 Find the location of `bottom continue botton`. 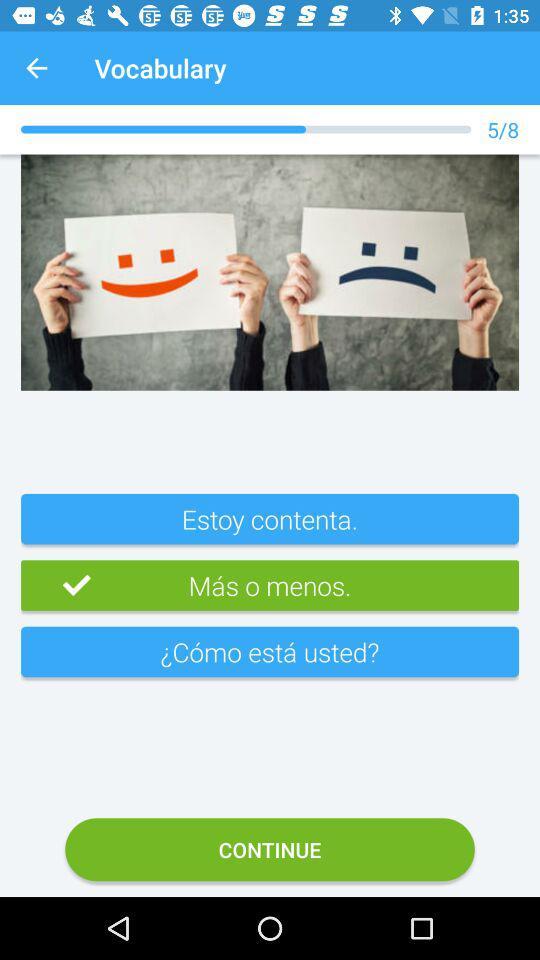

bottom continue botton is located at coordinates (270, 848).